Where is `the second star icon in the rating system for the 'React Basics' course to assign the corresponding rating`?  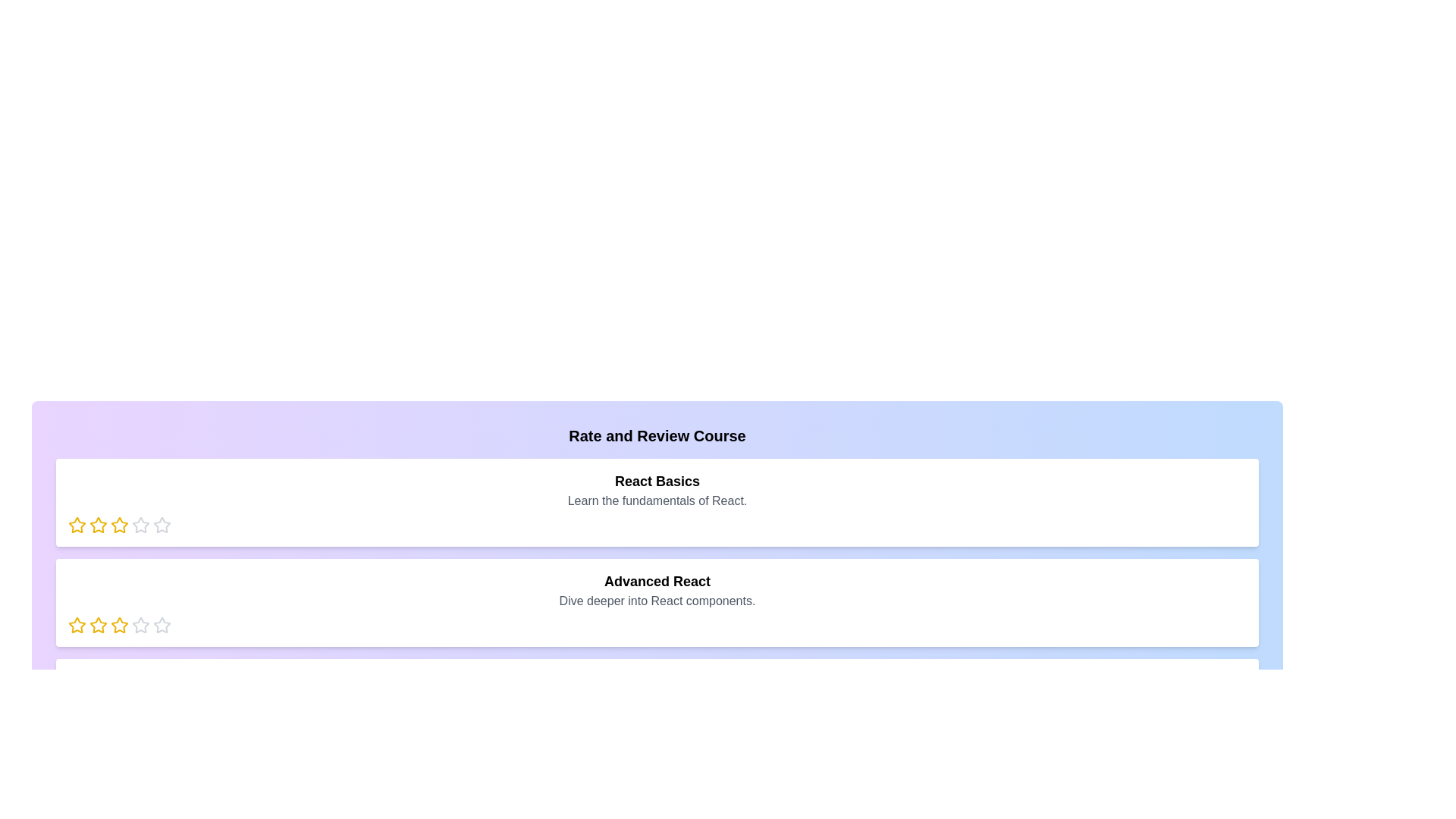 the second star icon in the rating system for the 'React Basics' course to assign the corresponding rating is located at coordinates (119, 524).